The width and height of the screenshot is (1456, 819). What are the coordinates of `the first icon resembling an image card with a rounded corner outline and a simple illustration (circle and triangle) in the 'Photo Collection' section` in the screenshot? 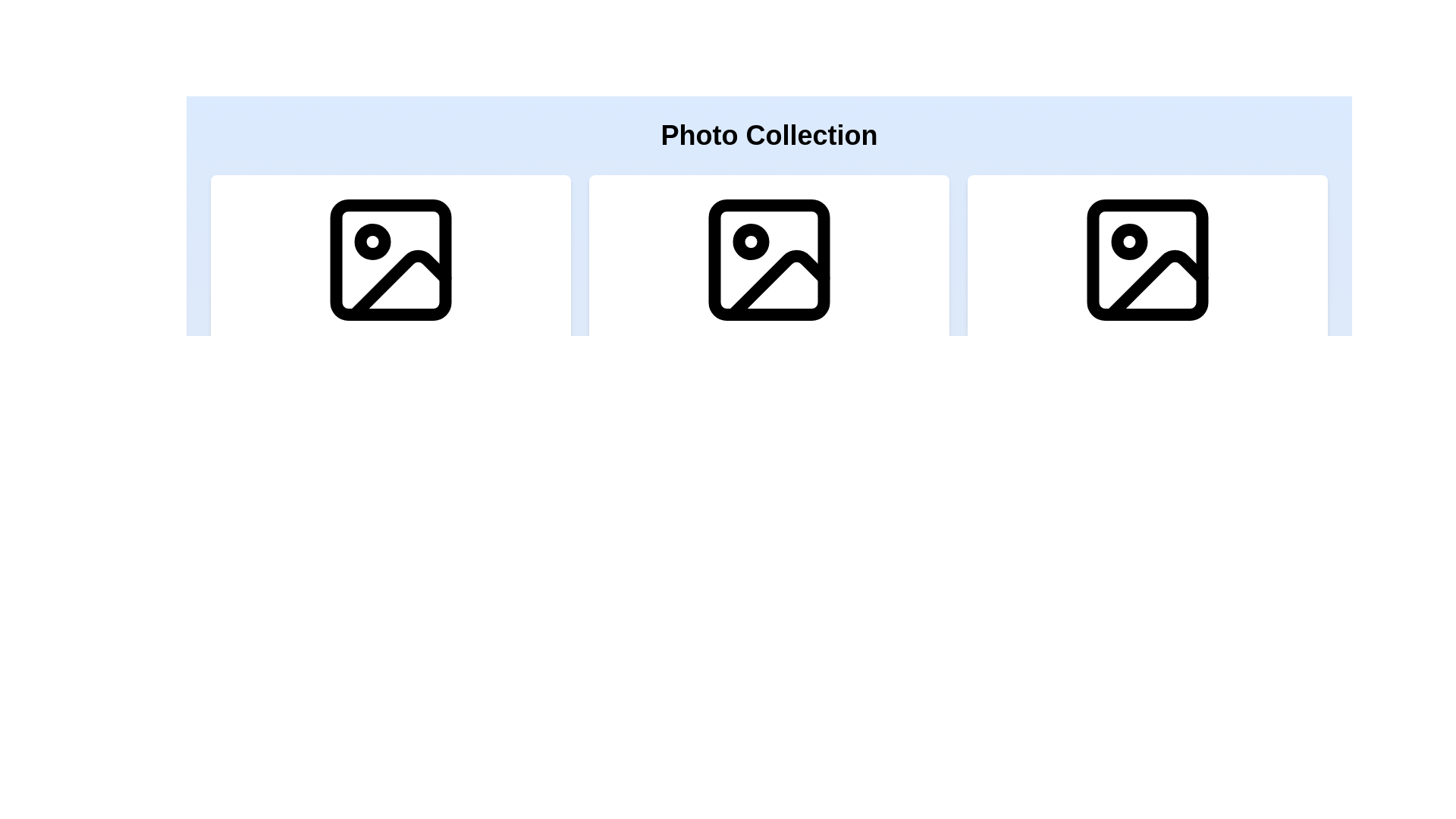 It's located at (391, 259).